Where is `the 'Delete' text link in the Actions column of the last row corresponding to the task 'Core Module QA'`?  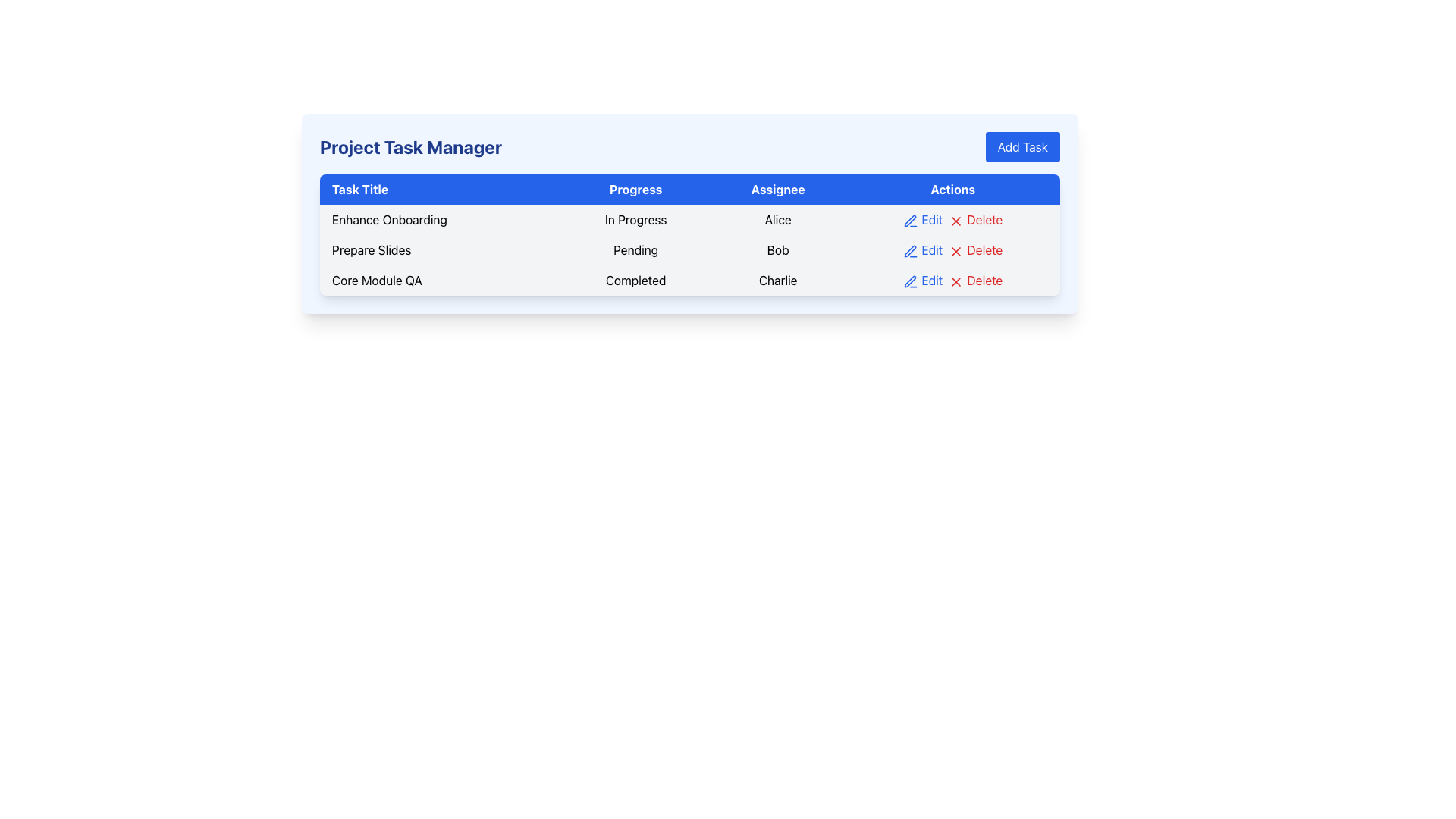 the 'Delete' text link in the Actions column of the last row corresponding to the task 'Core Module QA' is located at coordinates (952, 281).